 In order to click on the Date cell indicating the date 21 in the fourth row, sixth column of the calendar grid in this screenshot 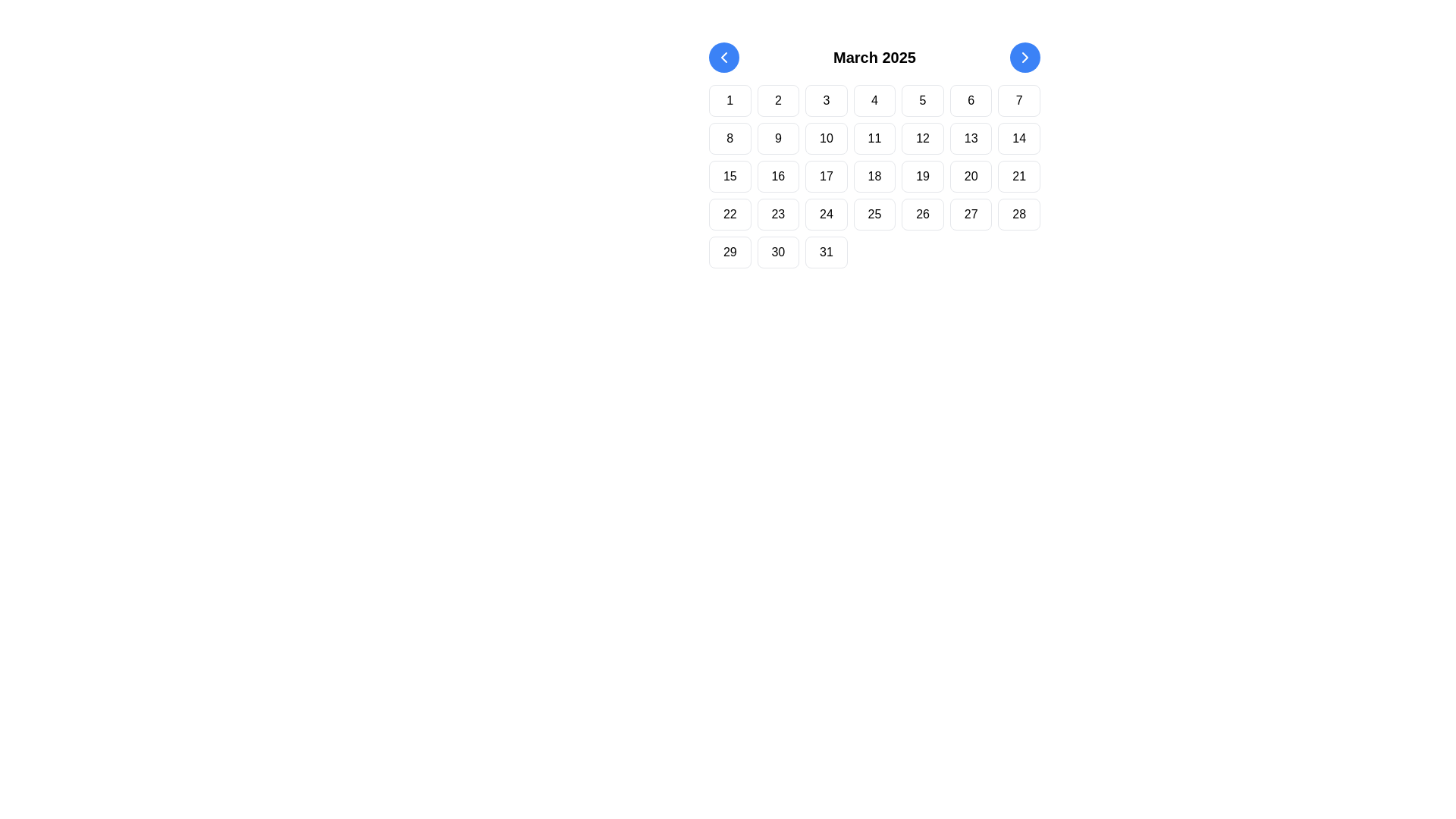, I will do `click(1019, 175)`.